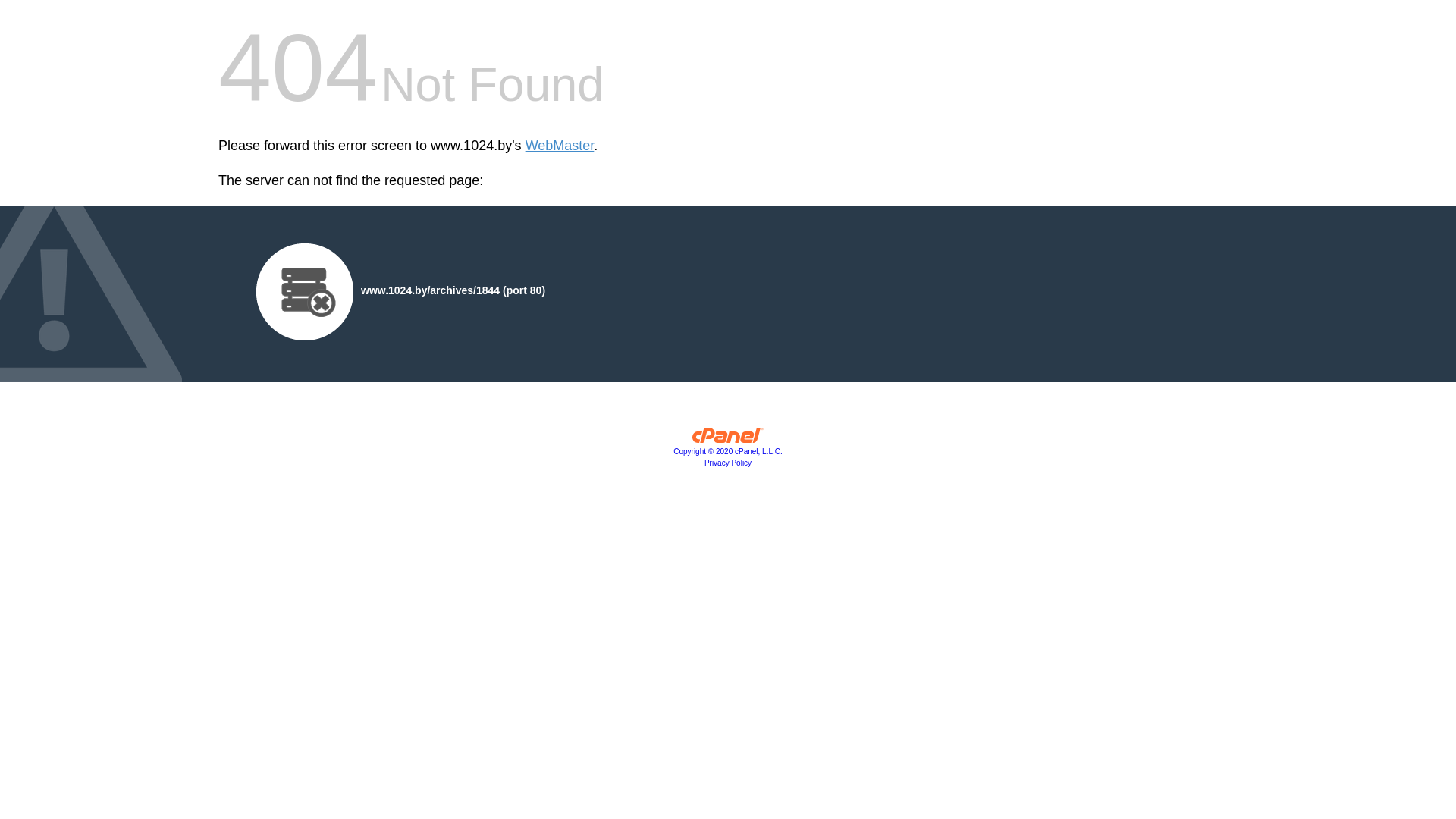 This screenshot has width=1456, height=819. Describe the element at coordinates (728, 438) in the screenshot. I see `'cPanel, Inc.'` at that location.